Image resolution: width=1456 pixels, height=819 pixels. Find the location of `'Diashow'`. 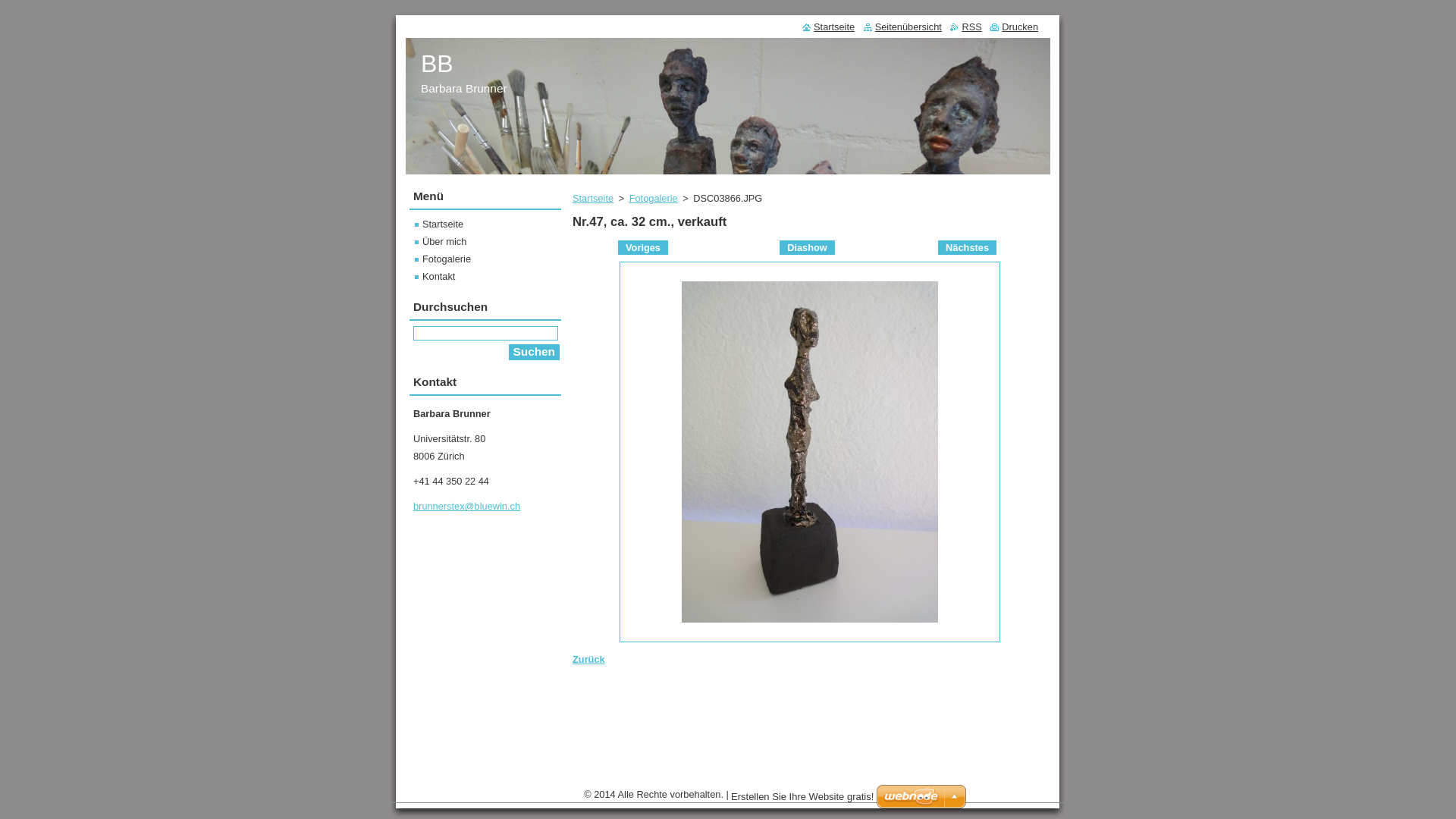

'Diashow' is located at coordinates (779, 246).